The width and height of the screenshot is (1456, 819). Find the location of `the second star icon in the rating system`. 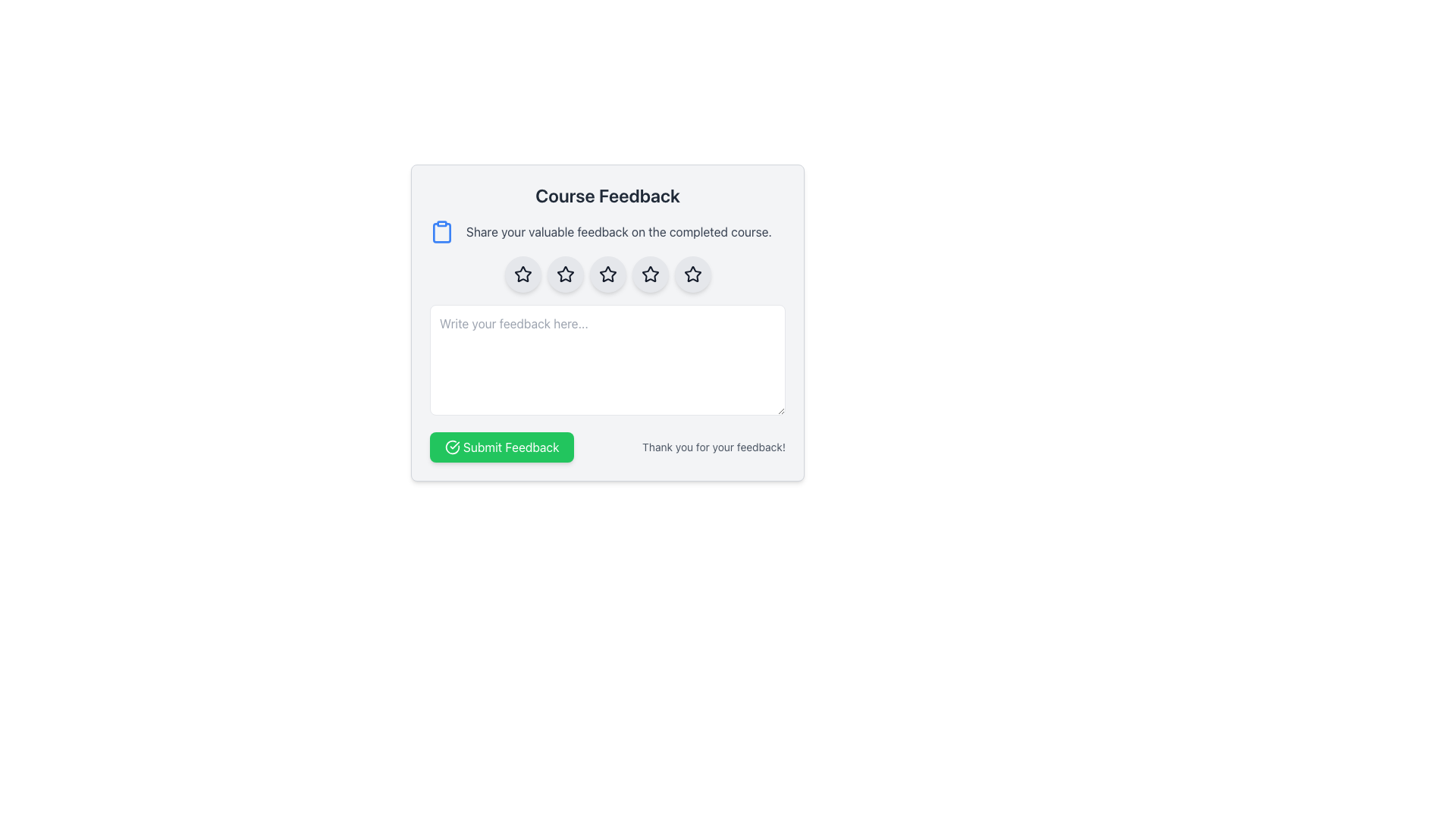

the second star icon in the rating system is located at coordinates (607, 275).